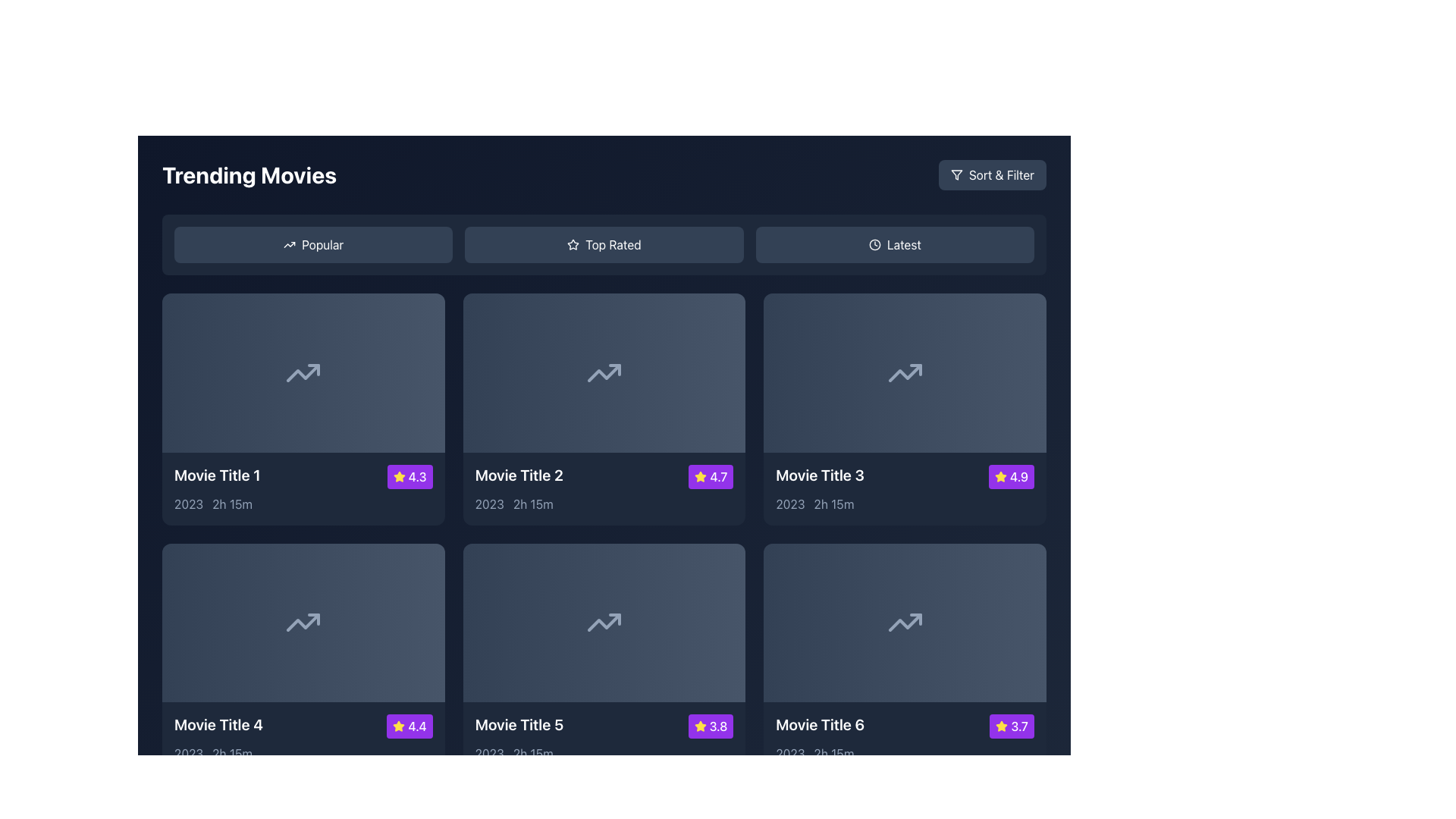  I want to click on the star icon representing the rating system, which is located to the left of the text '4.7', so click(700, 475).